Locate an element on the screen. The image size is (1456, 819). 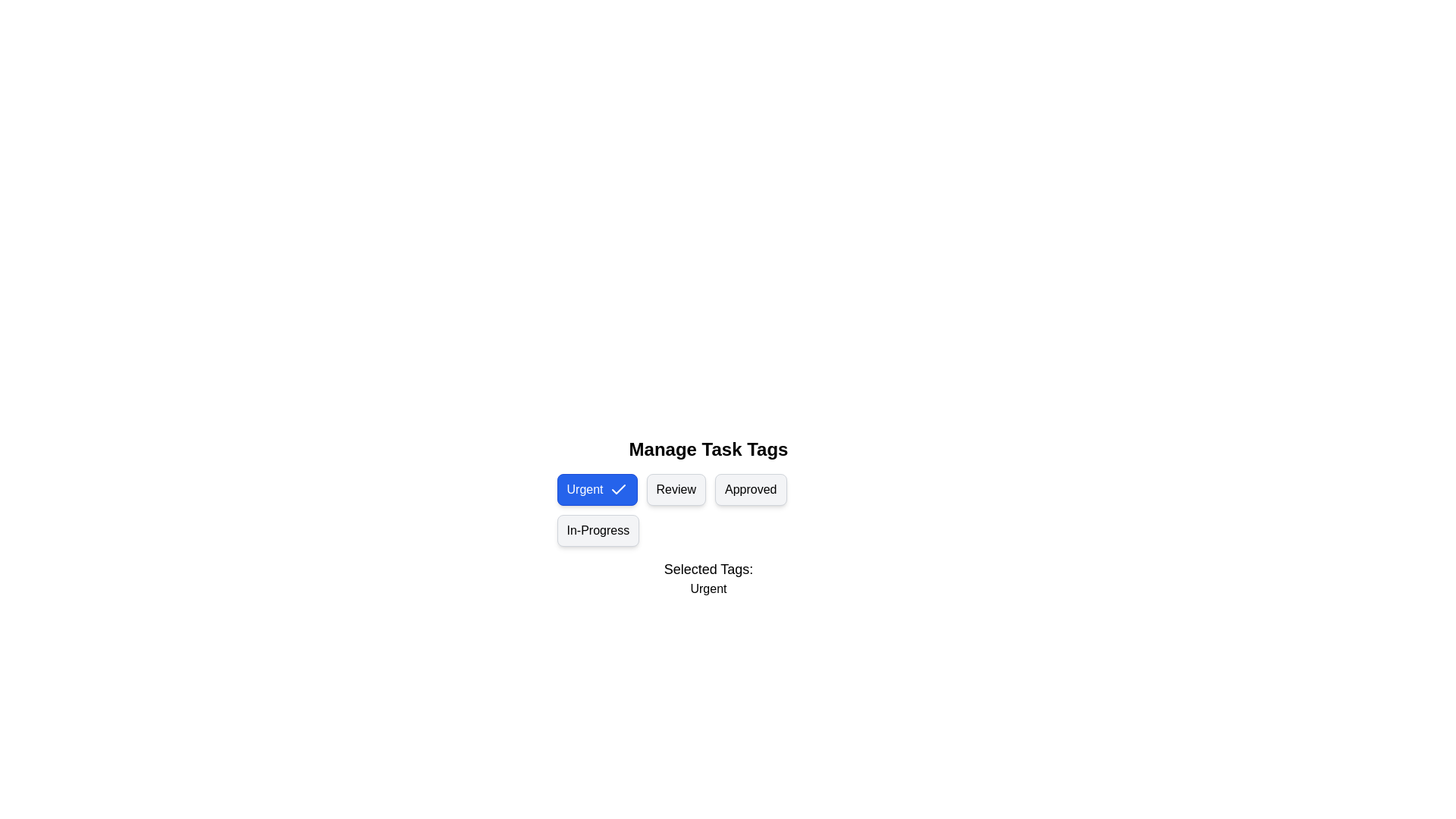
the tag chip labeled 'Approved' to observe its hover effect is located at coordinates (751, 489).